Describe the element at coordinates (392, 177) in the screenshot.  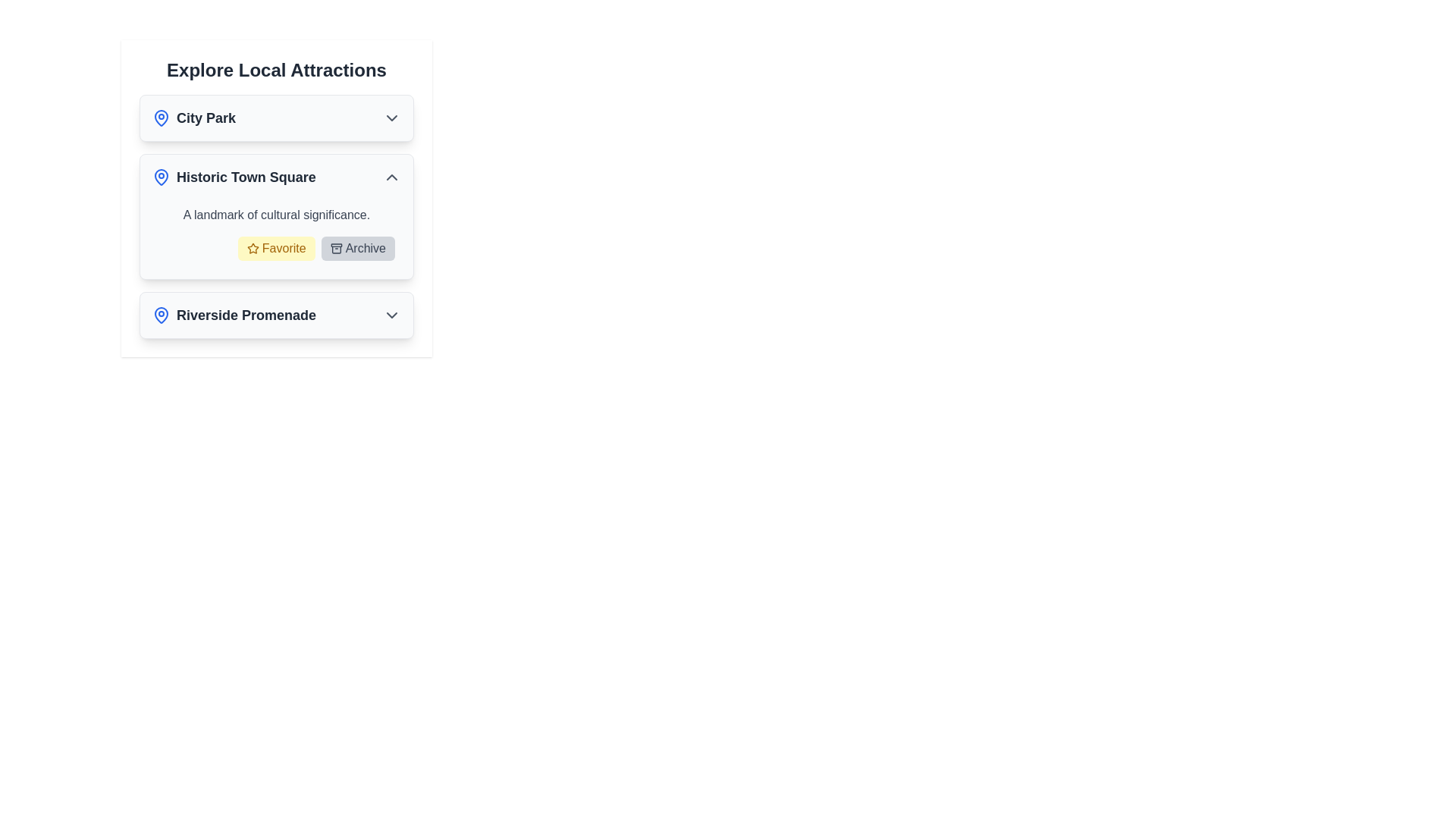
I see `the Chevron Up icon located at the rightmost edge of the section containing 'Historic Town Square'` at that location.